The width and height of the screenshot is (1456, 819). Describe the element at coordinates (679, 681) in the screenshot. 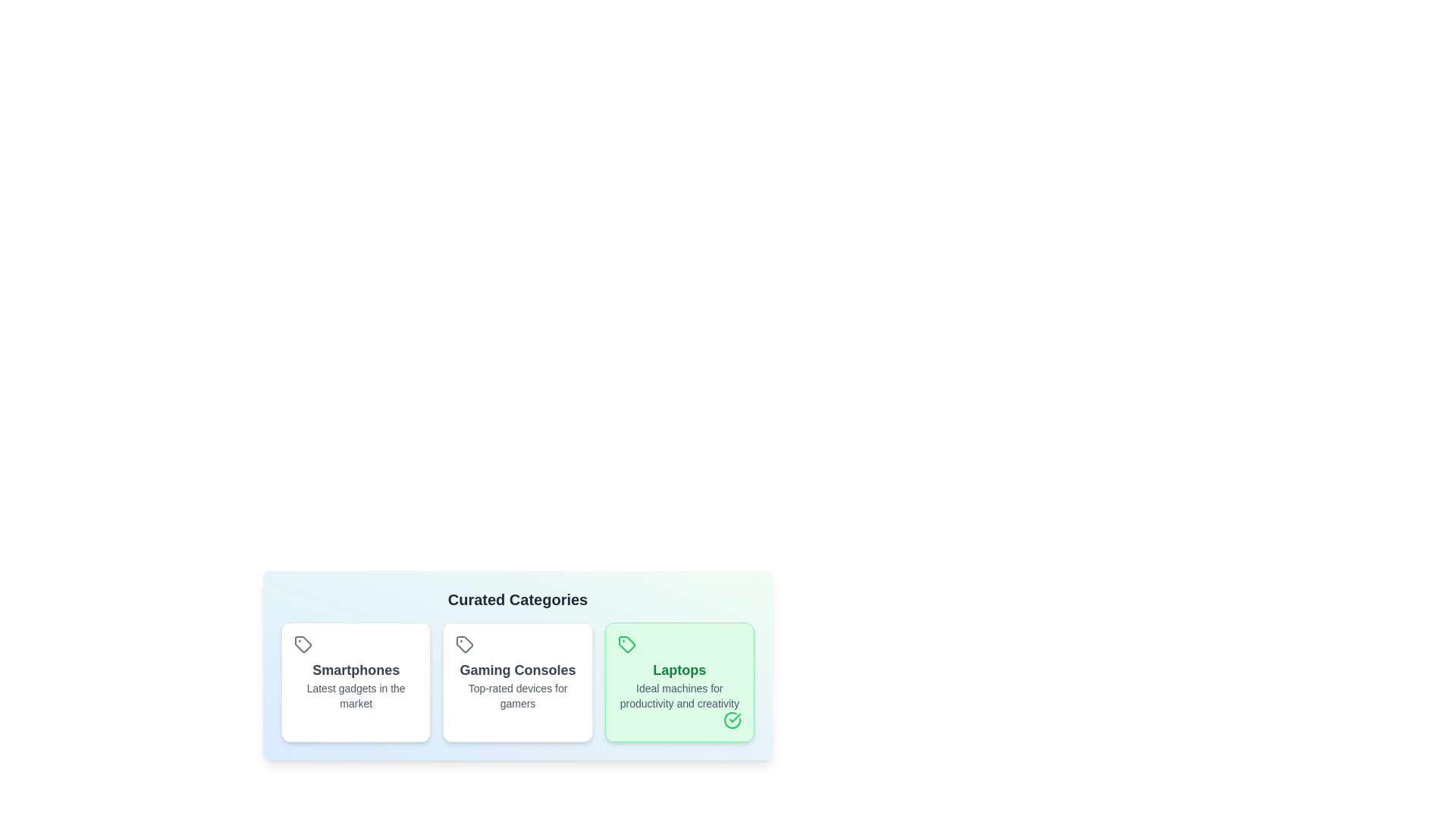

I see `the chip labeled 'Laptops'` at that location.